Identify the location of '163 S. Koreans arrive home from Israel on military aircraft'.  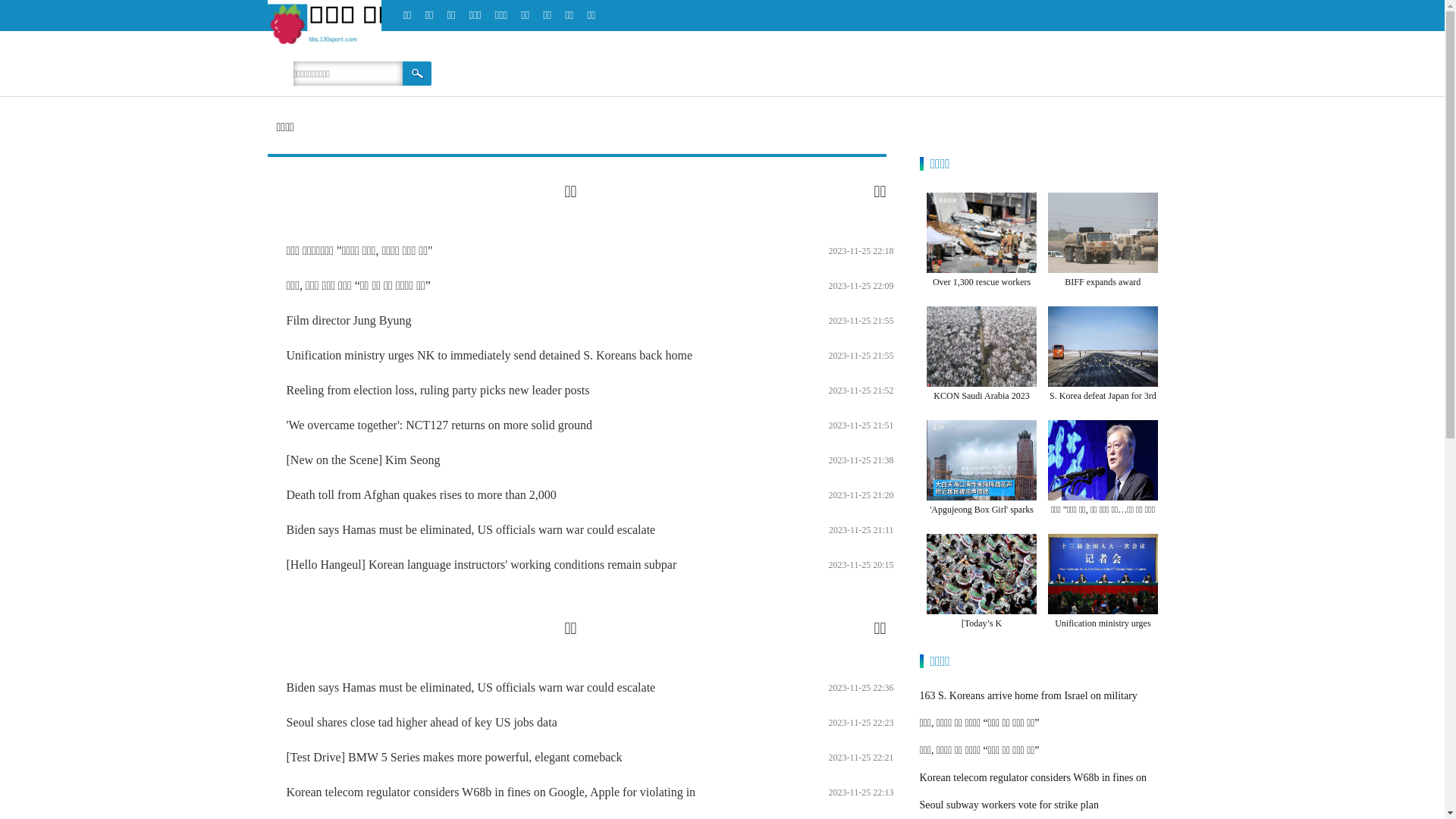
(1028, 709).